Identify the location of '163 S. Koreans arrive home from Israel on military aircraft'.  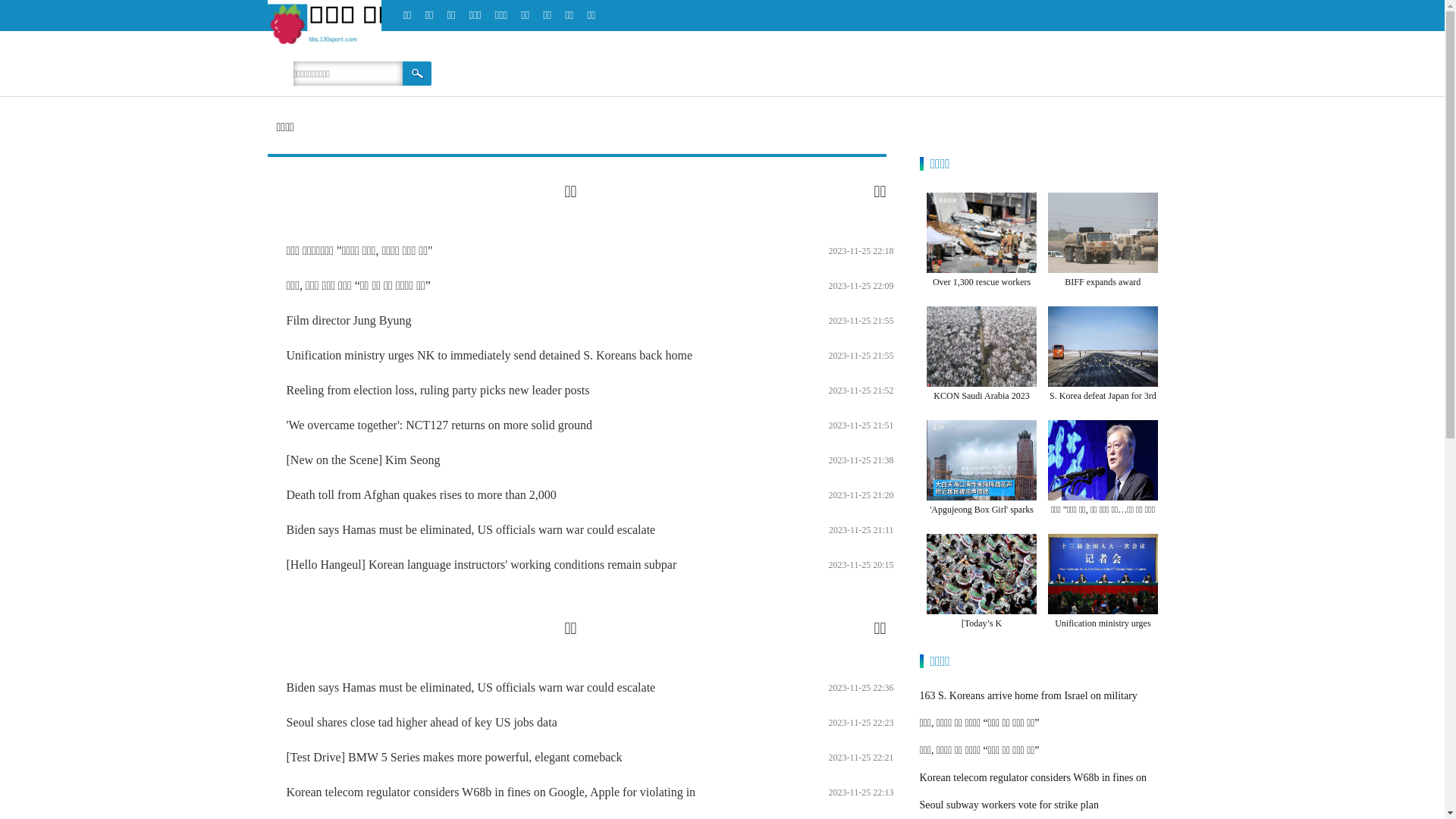
(1028, 709).